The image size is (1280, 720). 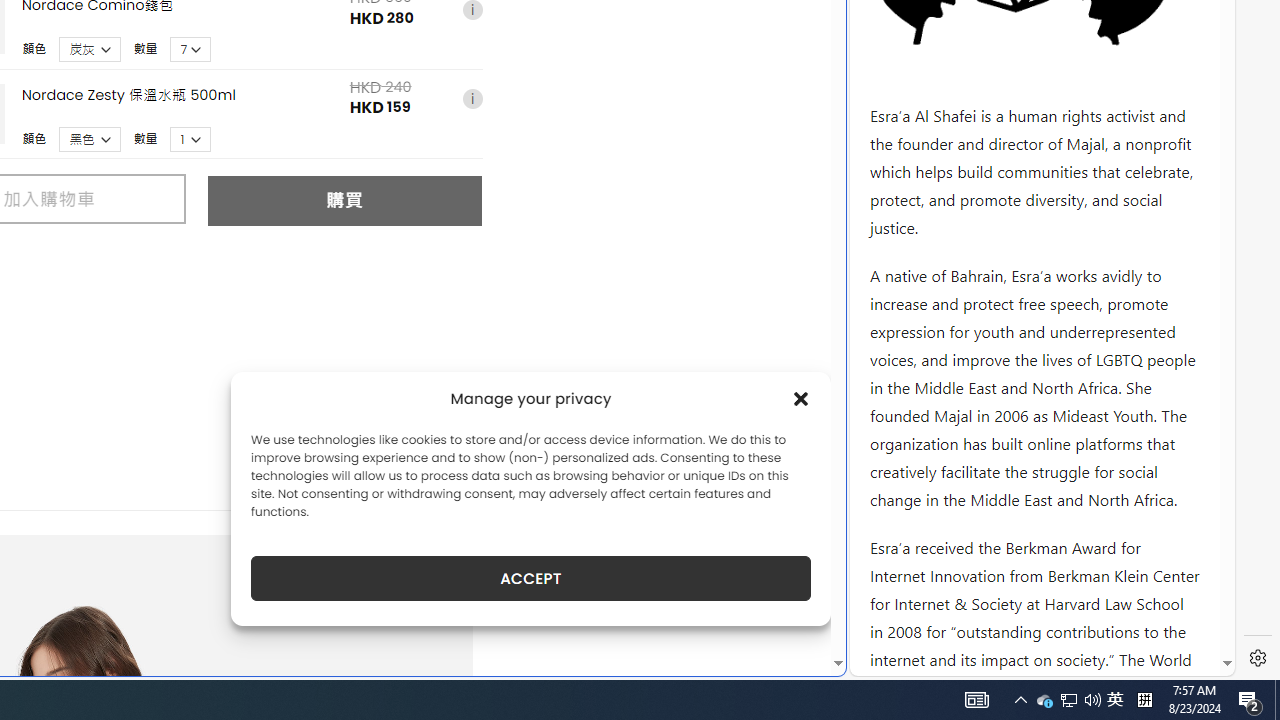 What do you see at coordinates (191, 138) in the screenshot?
I see `'Class: upsell-v2-product-upsell-variable-product-qty-select'` at bounding box center [191, 138].